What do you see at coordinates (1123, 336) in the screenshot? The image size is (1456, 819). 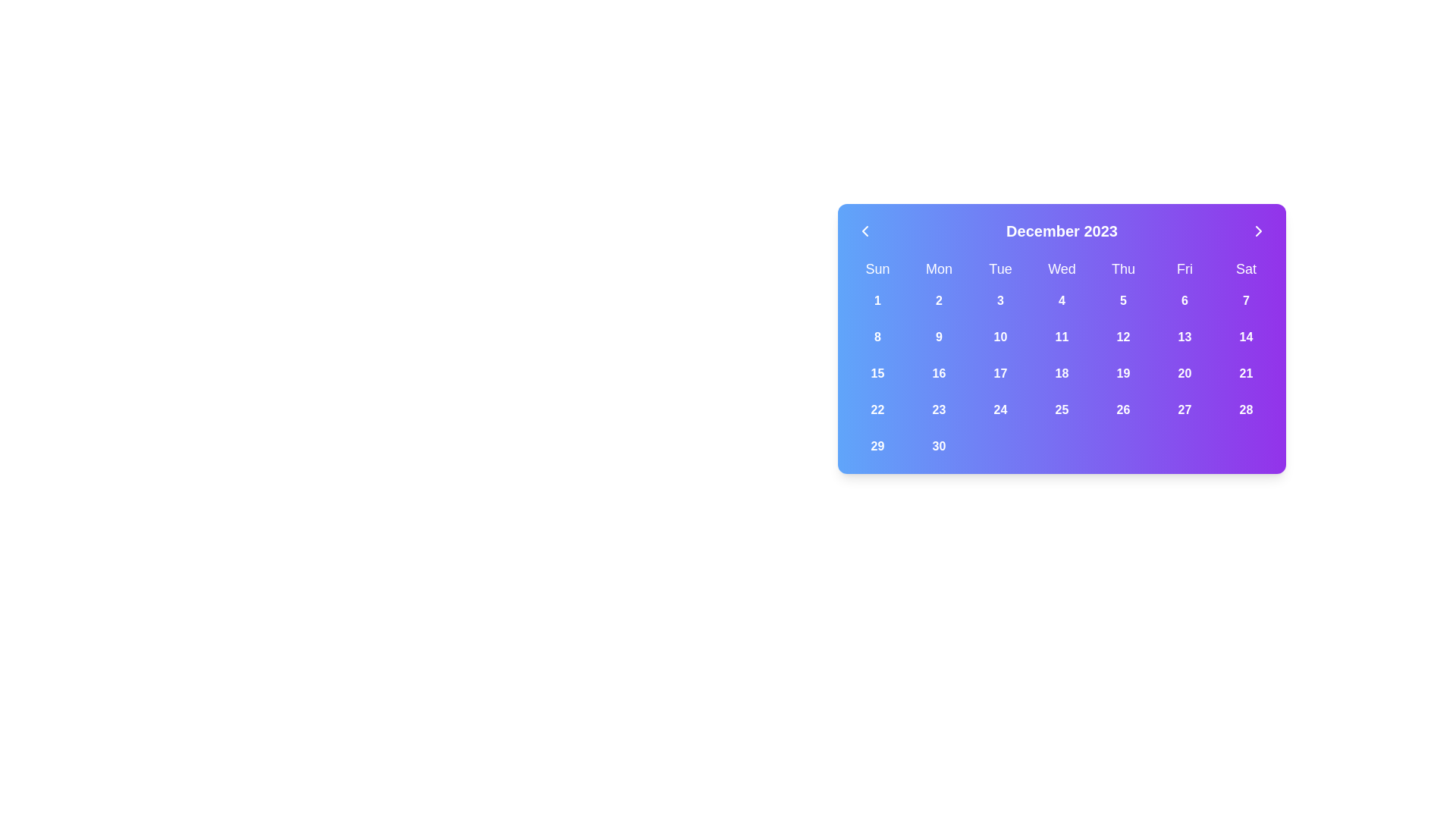 I see `the button representing the date '12' in the calendar grid` at bounding box center [1123, 336].